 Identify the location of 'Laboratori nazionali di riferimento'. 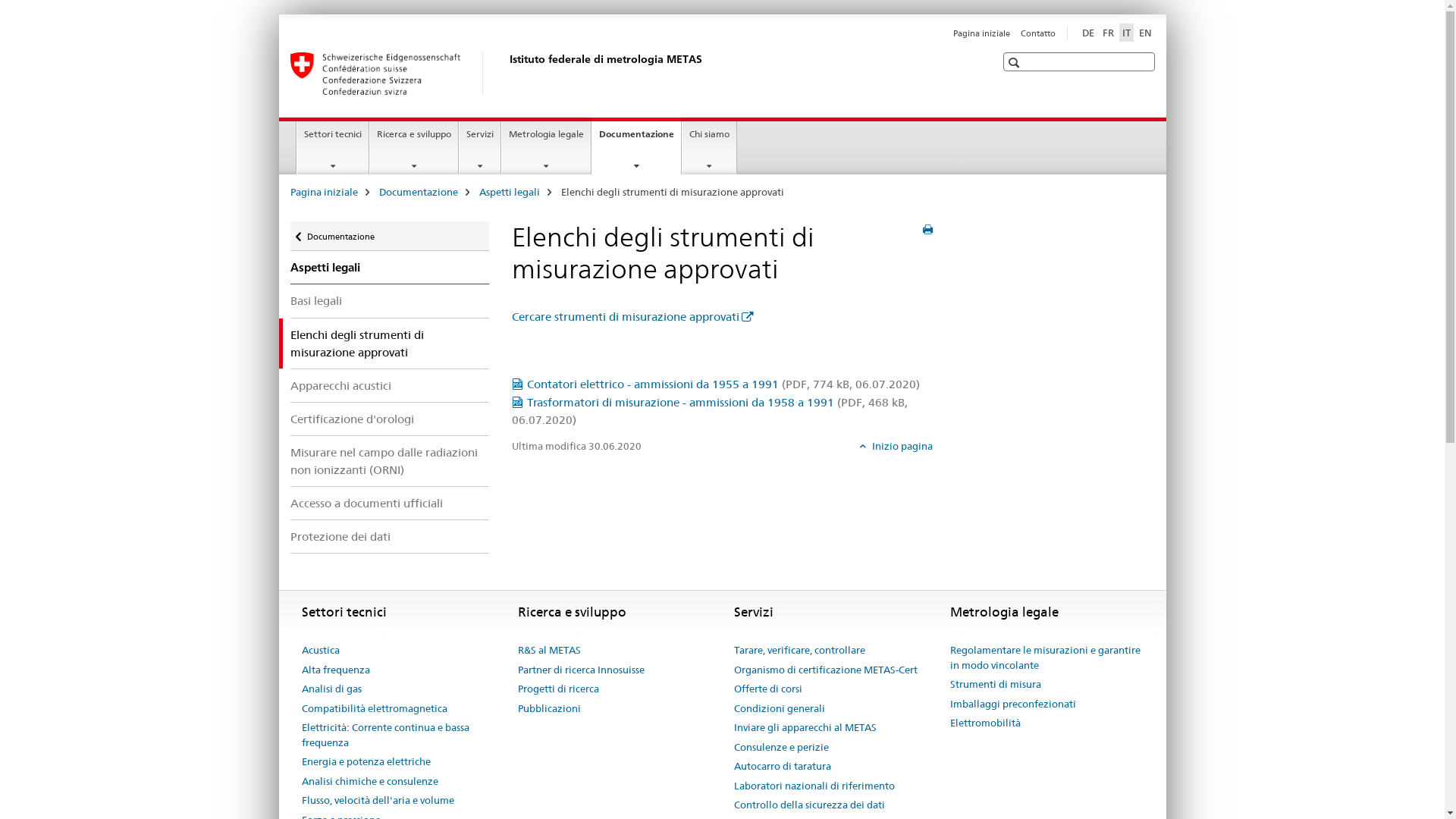
(814, 786).